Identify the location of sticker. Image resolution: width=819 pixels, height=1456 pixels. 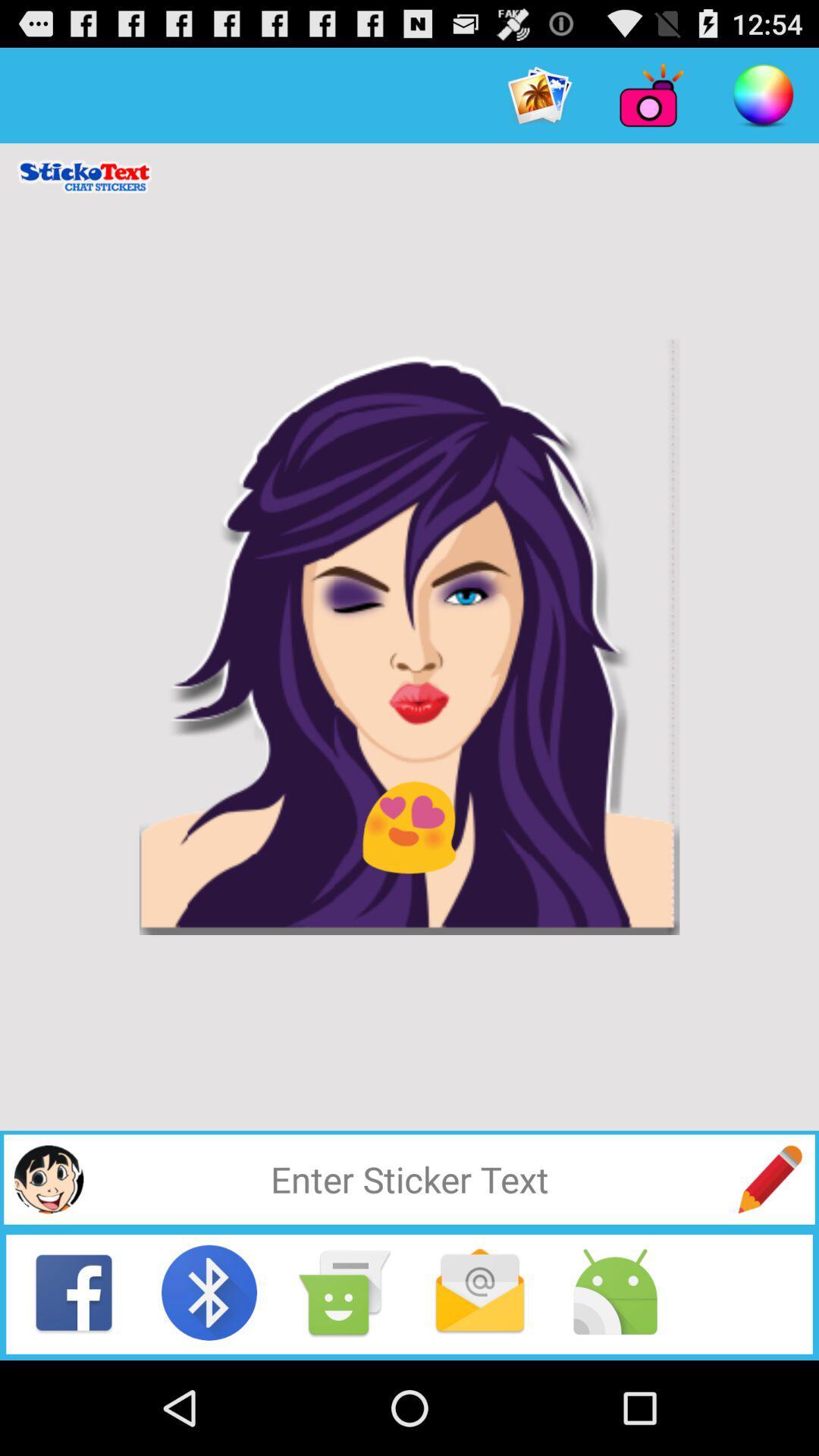
(48, 1178).